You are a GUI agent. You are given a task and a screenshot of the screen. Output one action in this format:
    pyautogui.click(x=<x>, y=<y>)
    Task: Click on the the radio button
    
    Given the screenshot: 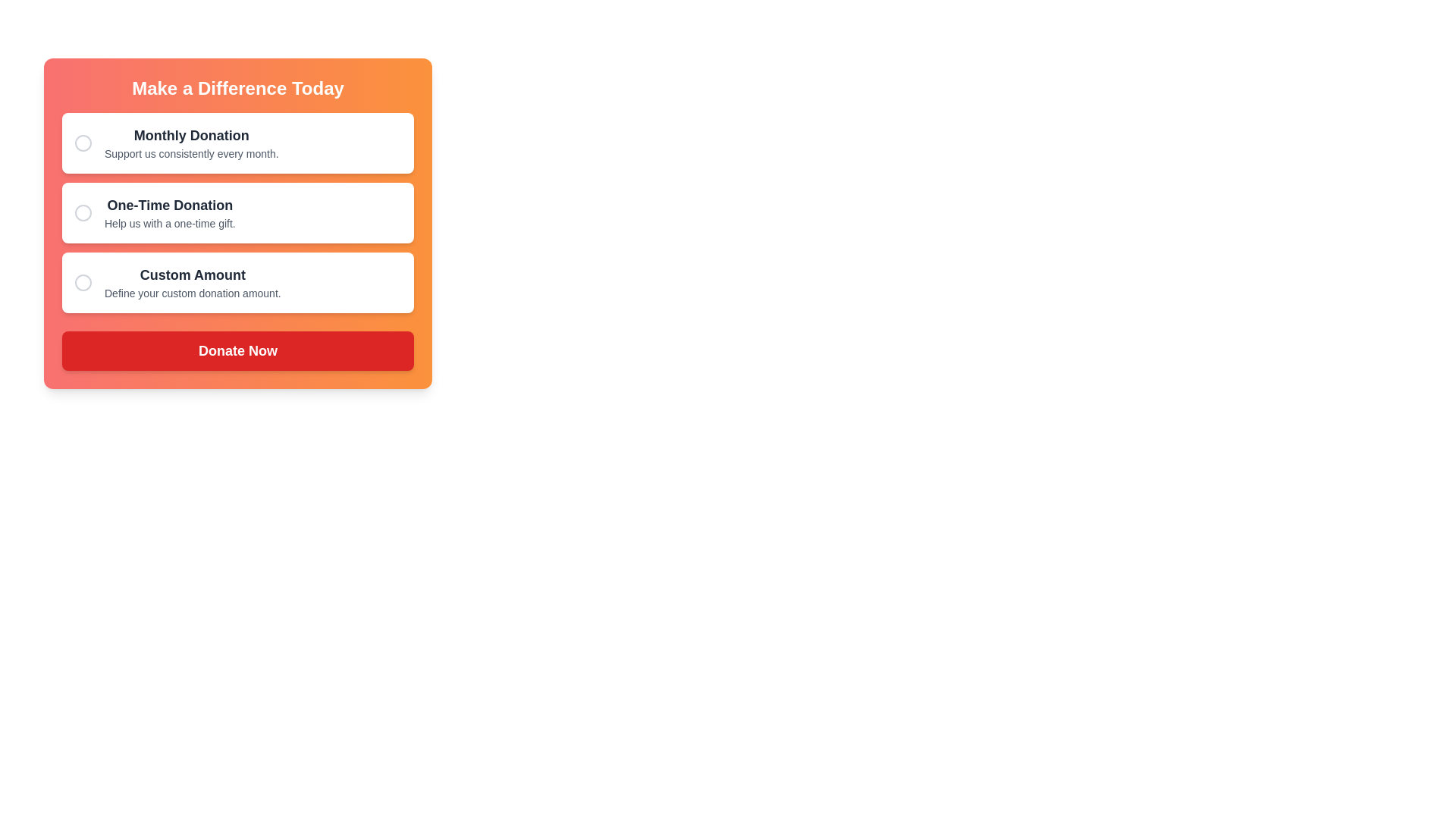 What is the action you would take?
    pyautogui.click(x=237, y=213)
    